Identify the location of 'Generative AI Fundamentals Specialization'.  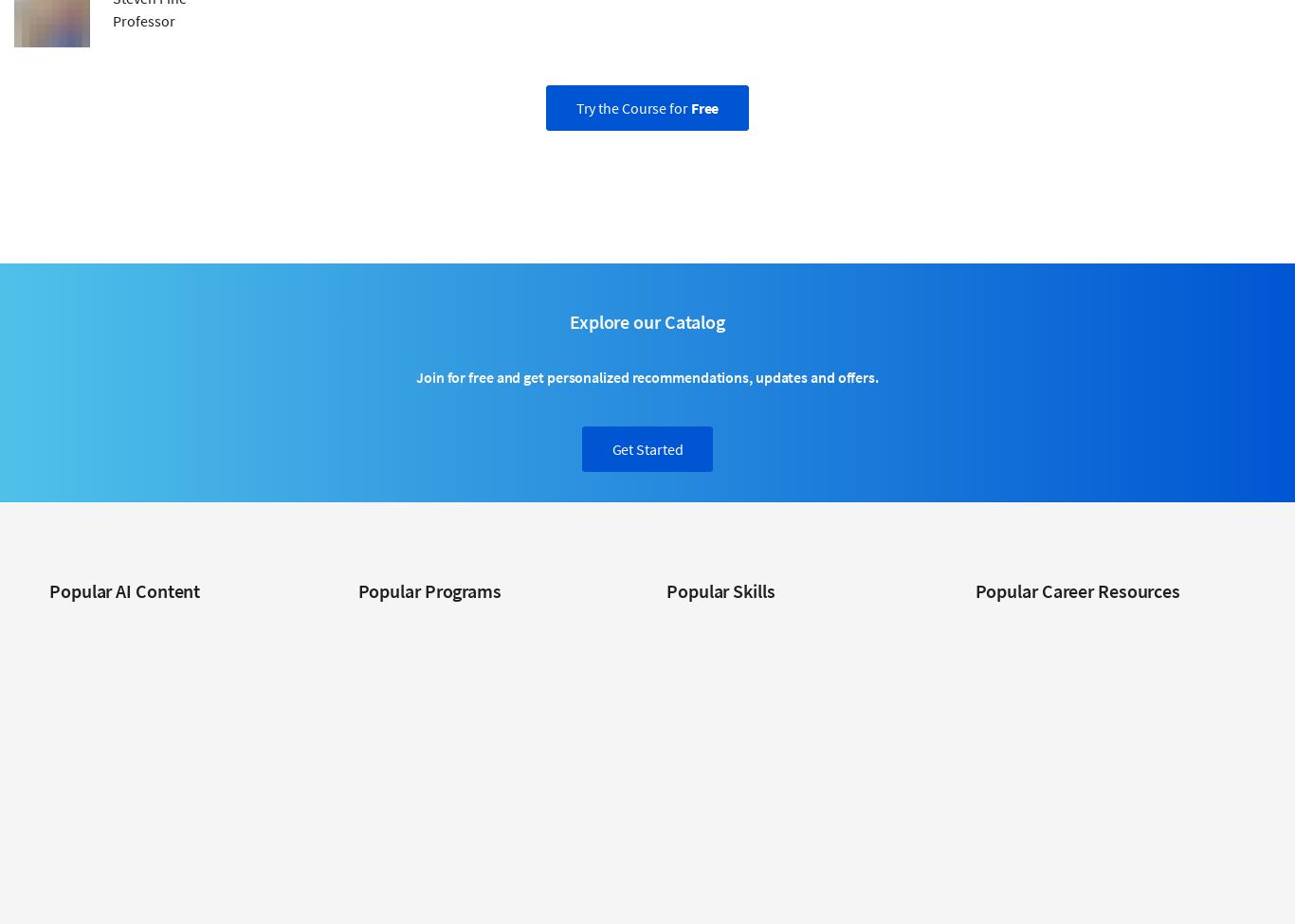
(169, 766).